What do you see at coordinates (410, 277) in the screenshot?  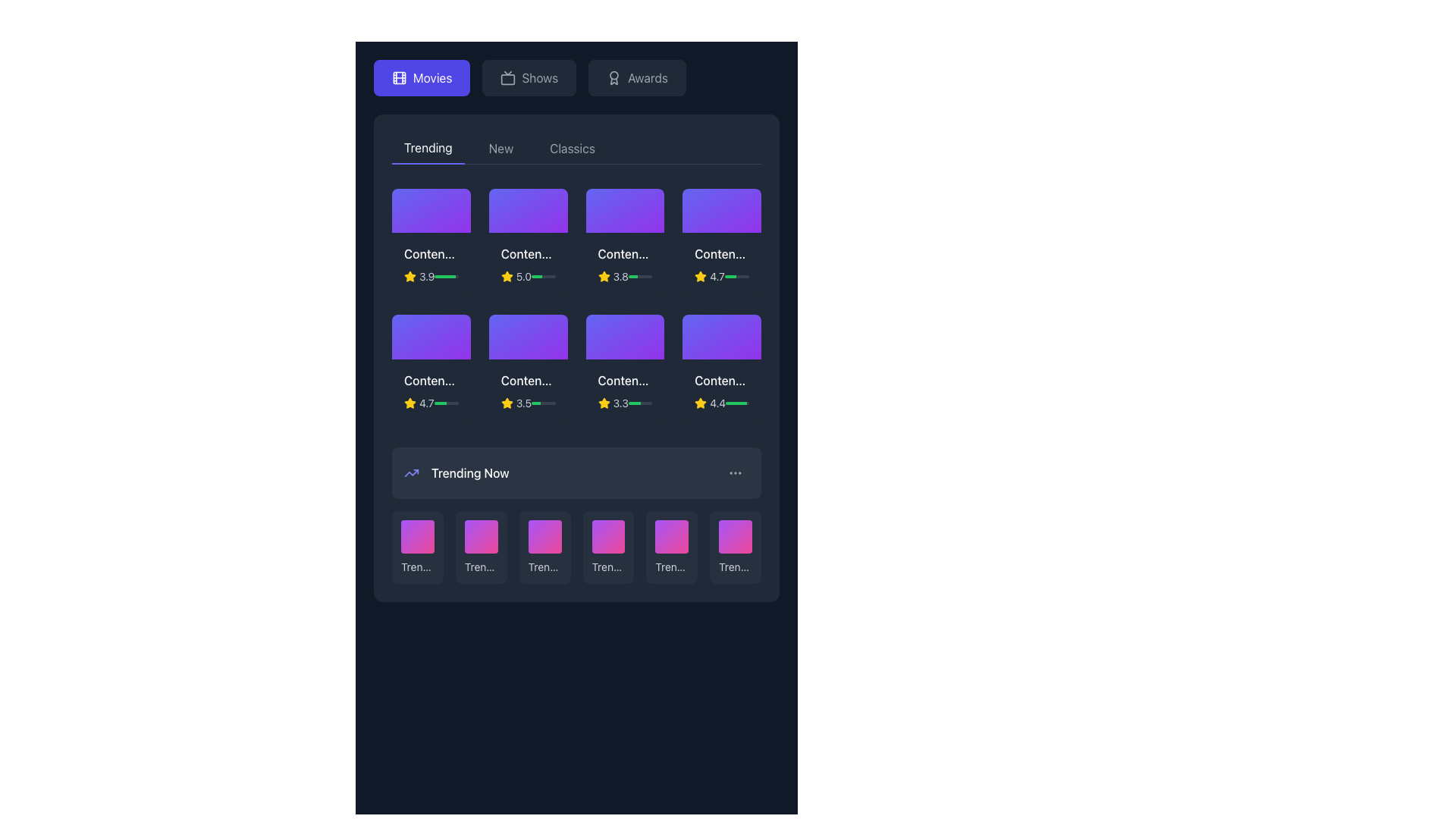 I see `the yellow star icon used for ratings located to the left of the numerical rating '3.9' in the 'Trending' section` at bounding box center [410, 277].